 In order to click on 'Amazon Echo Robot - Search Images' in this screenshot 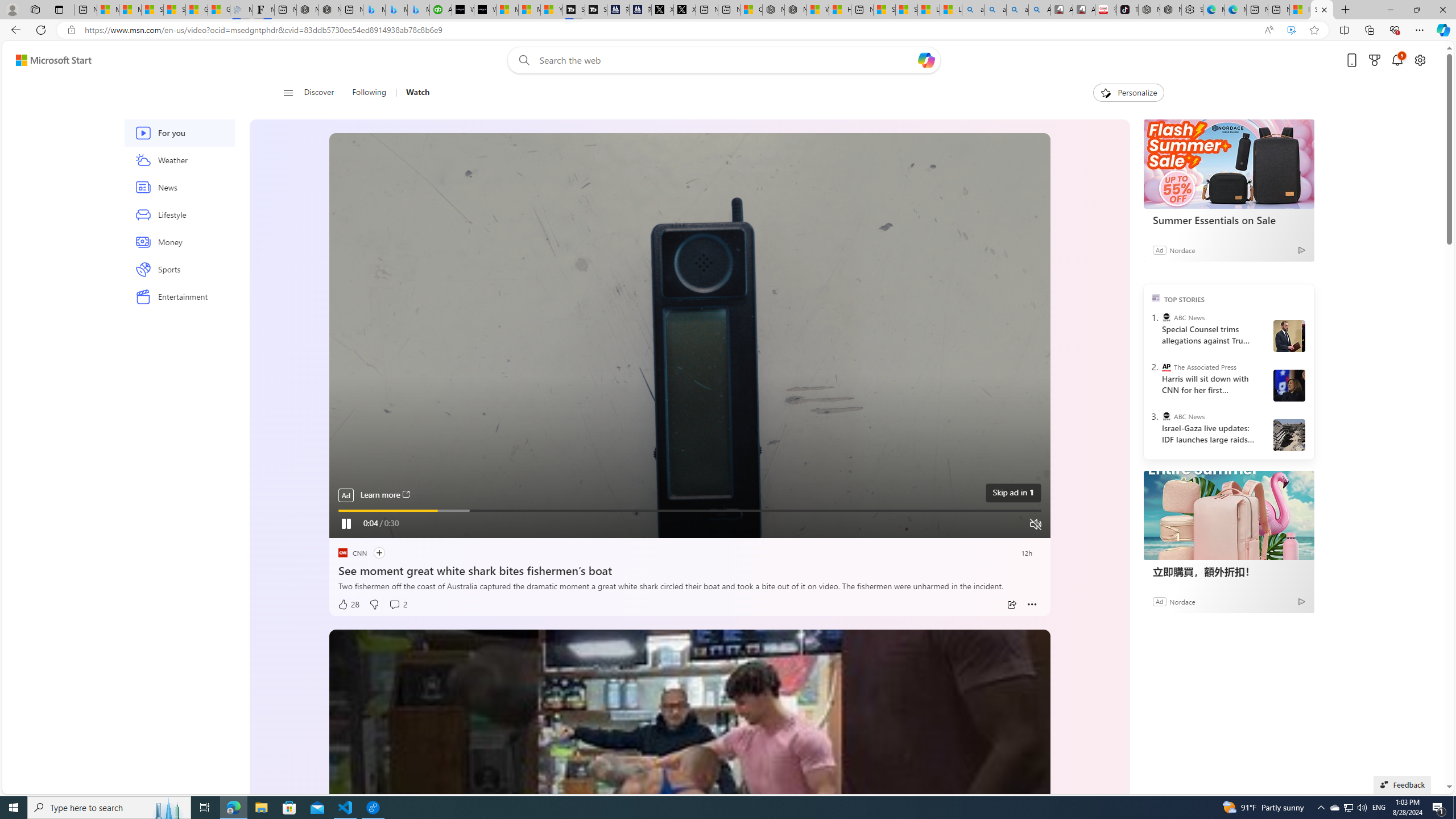, I will do `click(1039, 9)`.